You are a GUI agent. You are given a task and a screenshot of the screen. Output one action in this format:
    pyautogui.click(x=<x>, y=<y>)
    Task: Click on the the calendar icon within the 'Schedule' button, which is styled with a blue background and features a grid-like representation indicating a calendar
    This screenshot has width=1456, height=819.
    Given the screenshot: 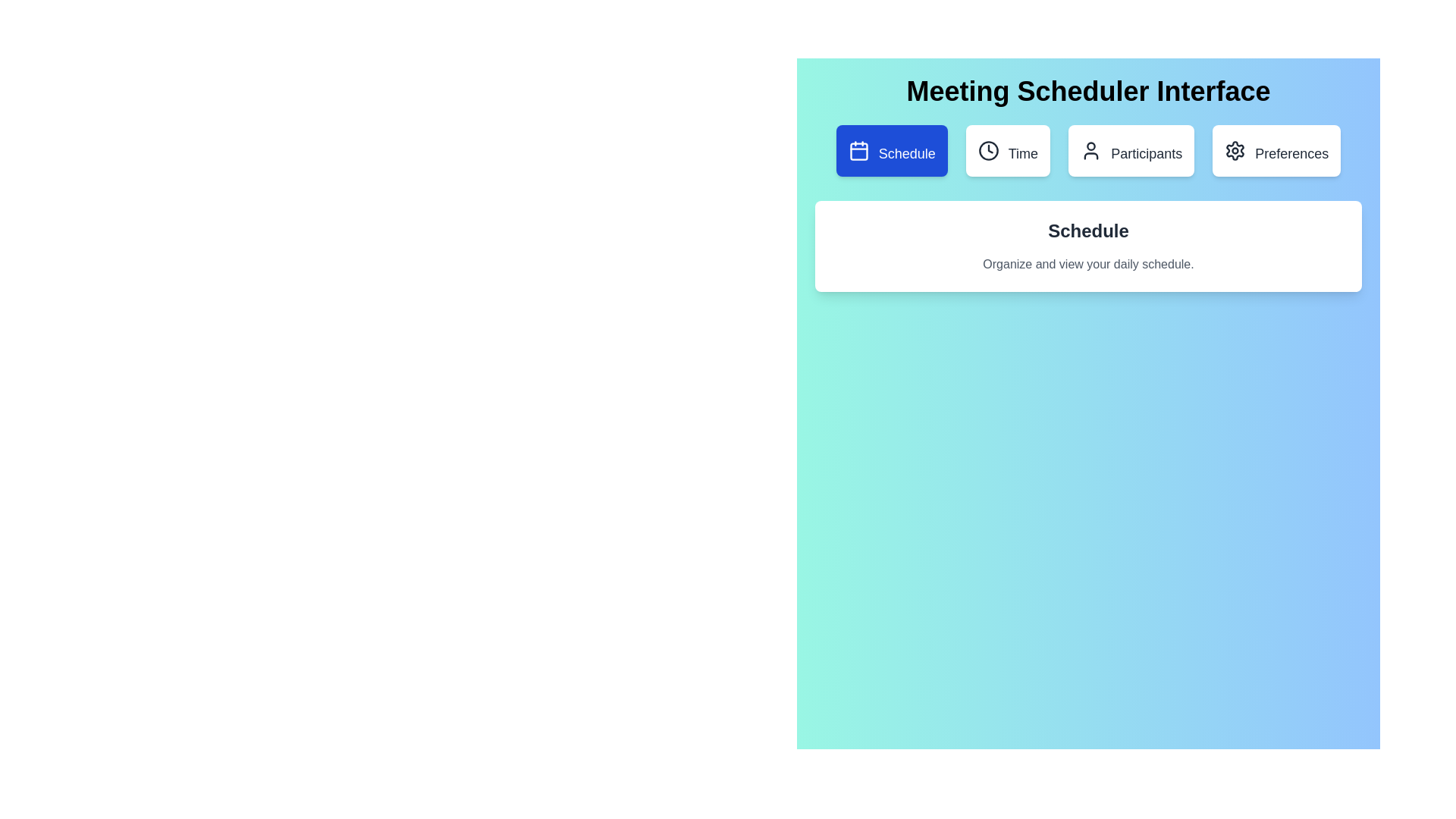 What is the action you would take?
    pyautogui.click(x=858, y=151)
    